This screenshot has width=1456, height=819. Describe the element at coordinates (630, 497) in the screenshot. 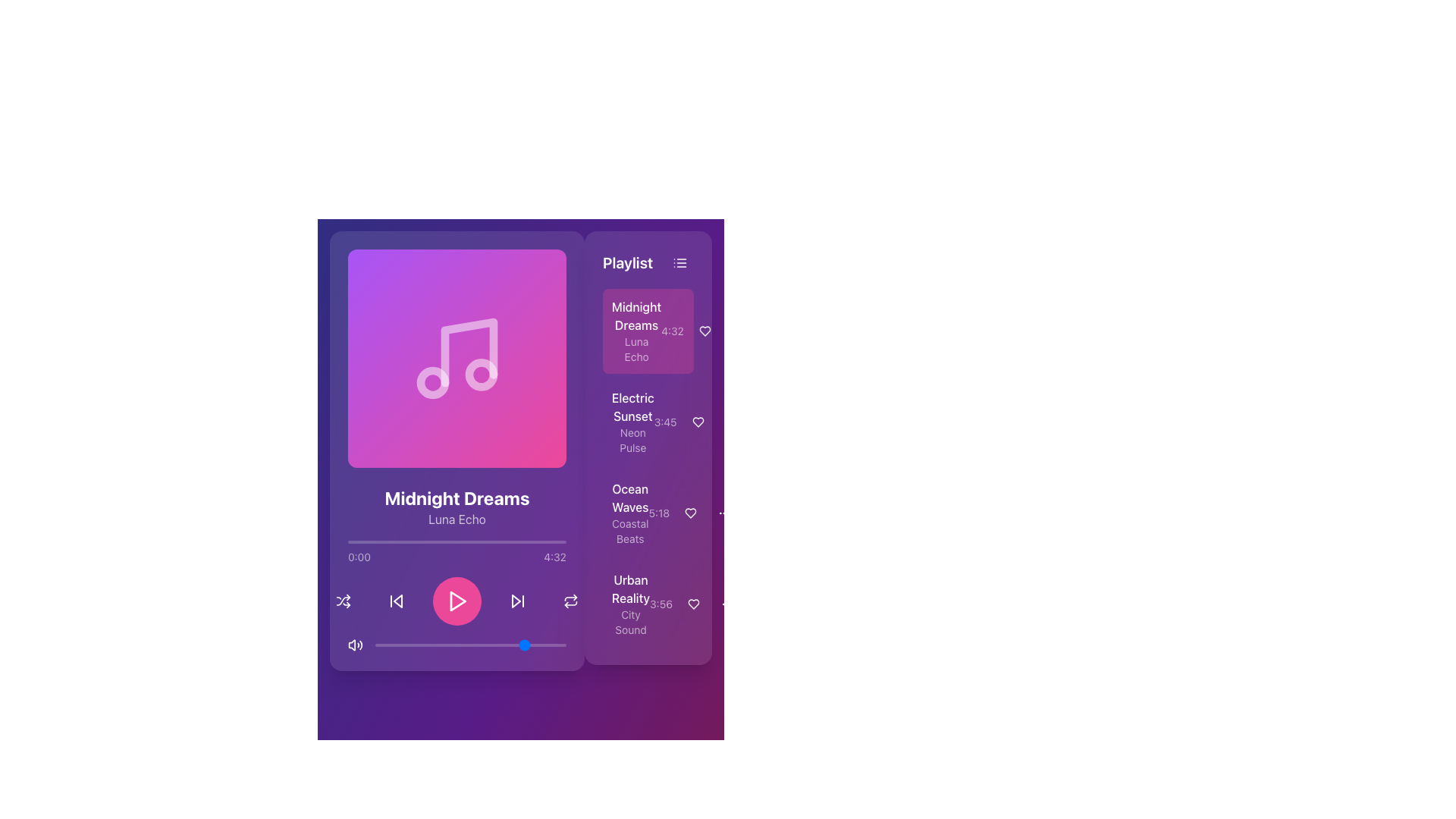

I see `the text element displaying 'Ocean Waves' in the Playlist section, which is styled in white on a purple background and is the first text of the third playlist entry` at that location.